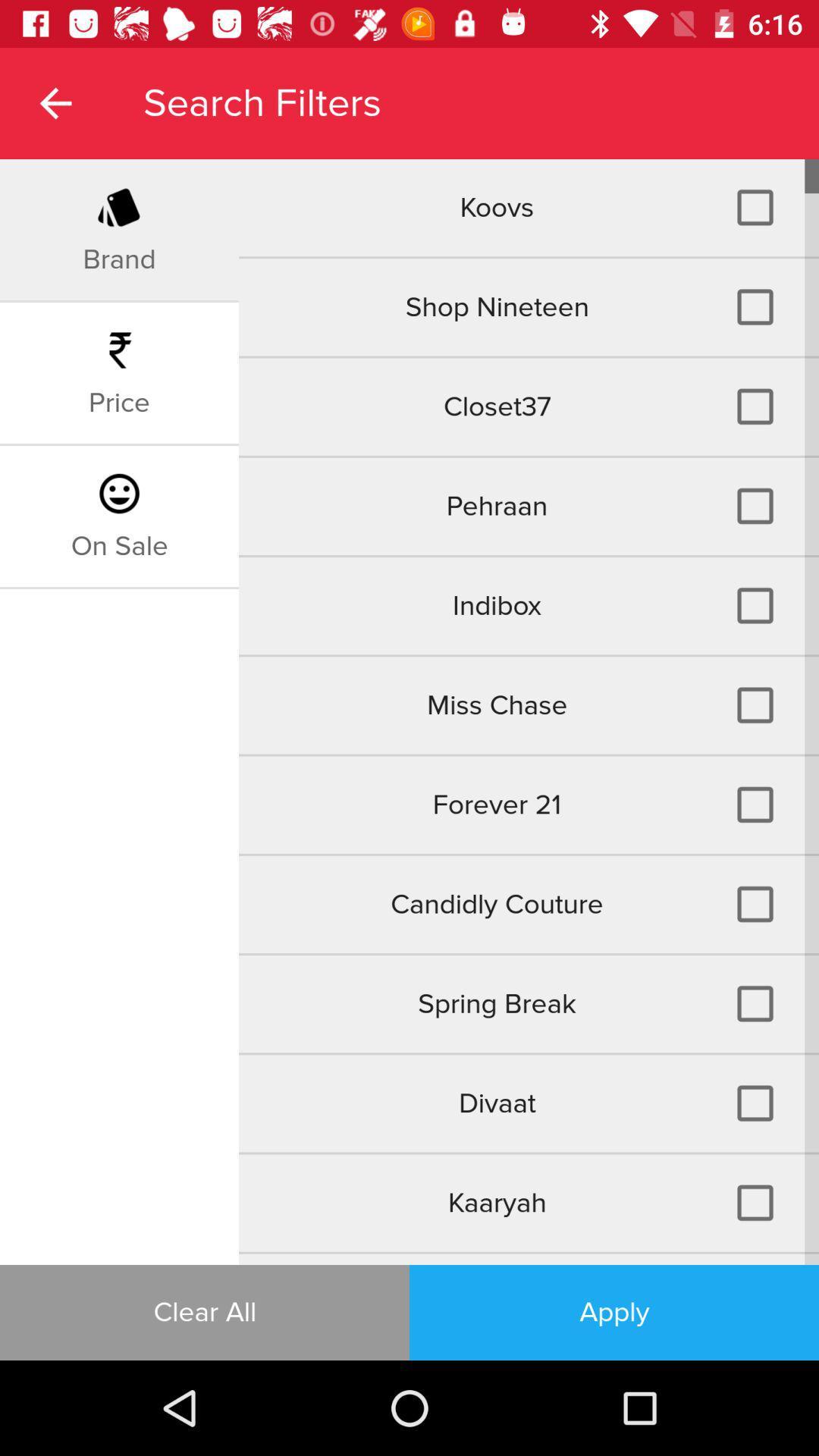  I want to click on icon to the left of the koovs item, so click(118, 259).